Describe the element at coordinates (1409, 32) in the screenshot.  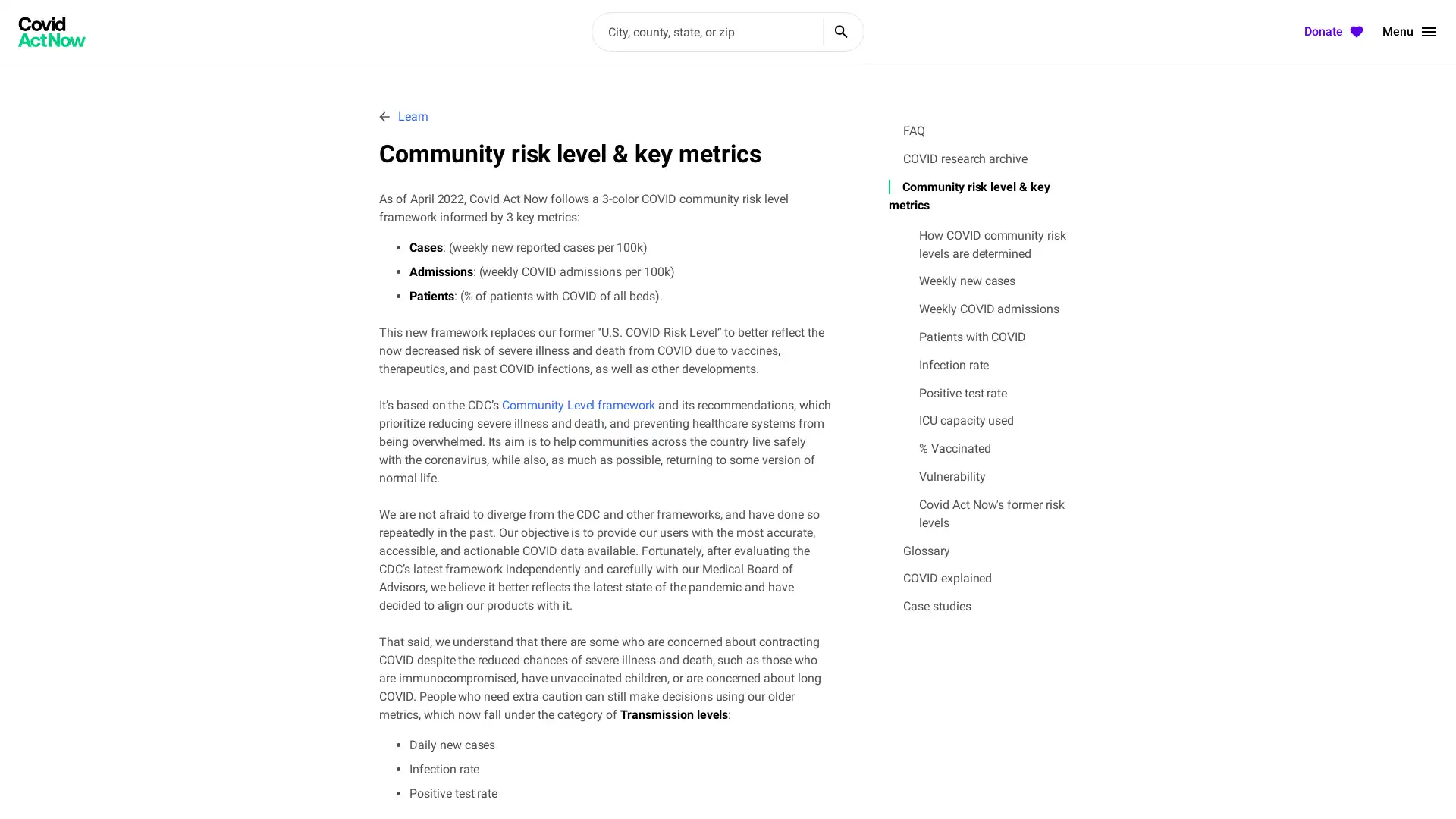
I see `Menu` at that location.